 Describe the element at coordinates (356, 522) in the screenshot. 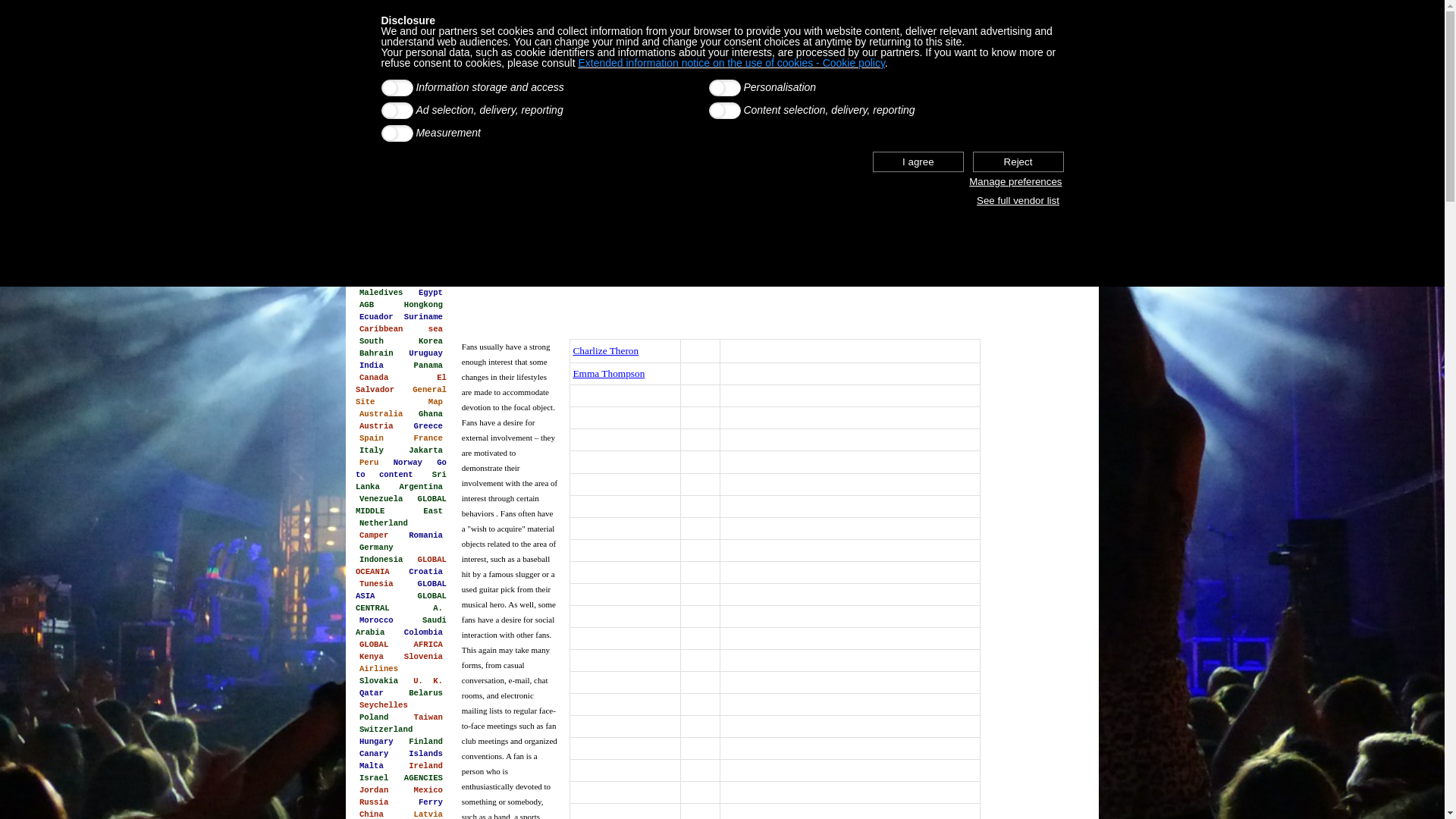

I see `'Netherland'` at that location.